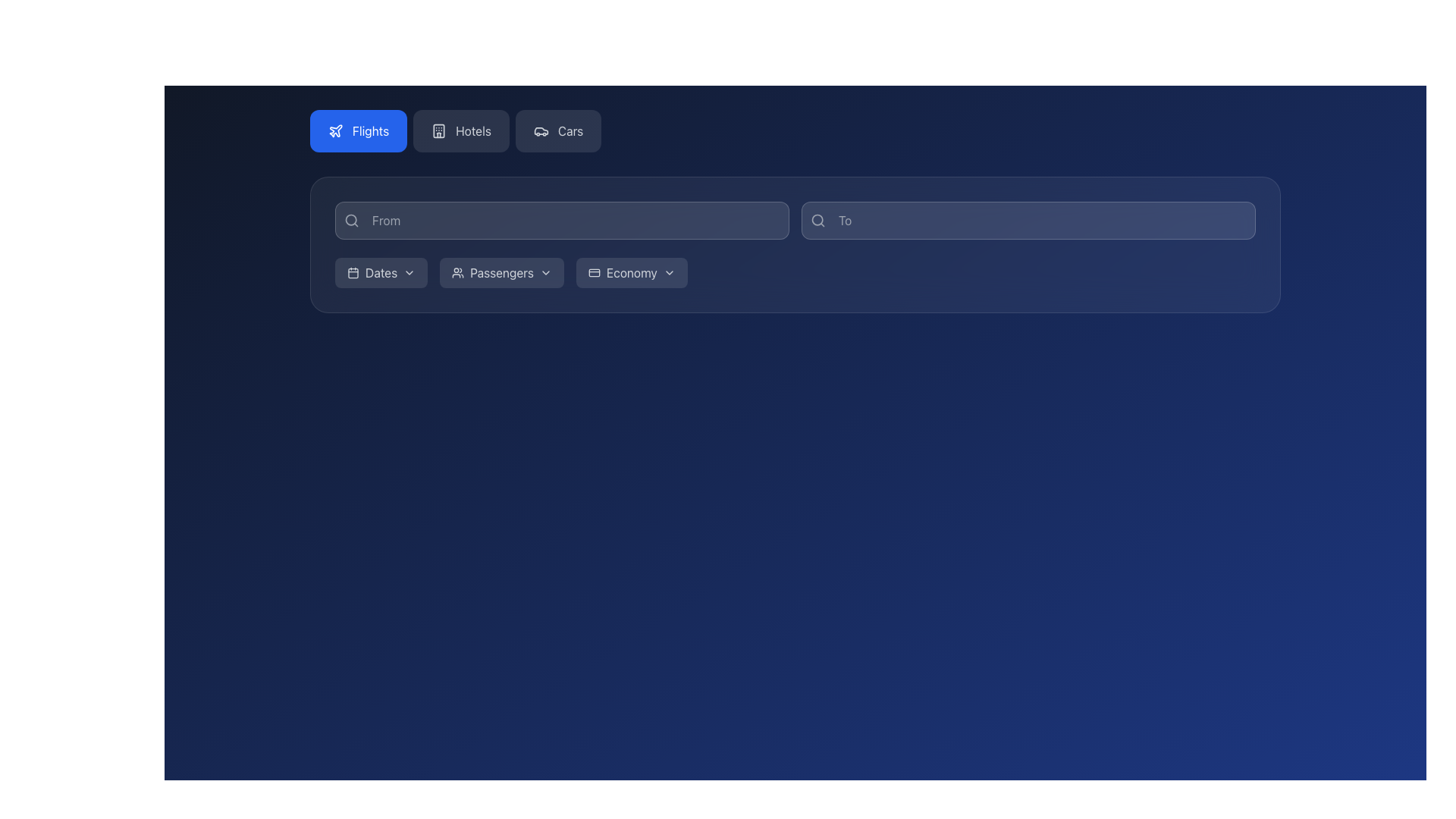  What do you see at coordinates (632, 271) in the screenshot?
I see `the Dropdown button labeled 'Economy'` at bounding box center [632, 271].